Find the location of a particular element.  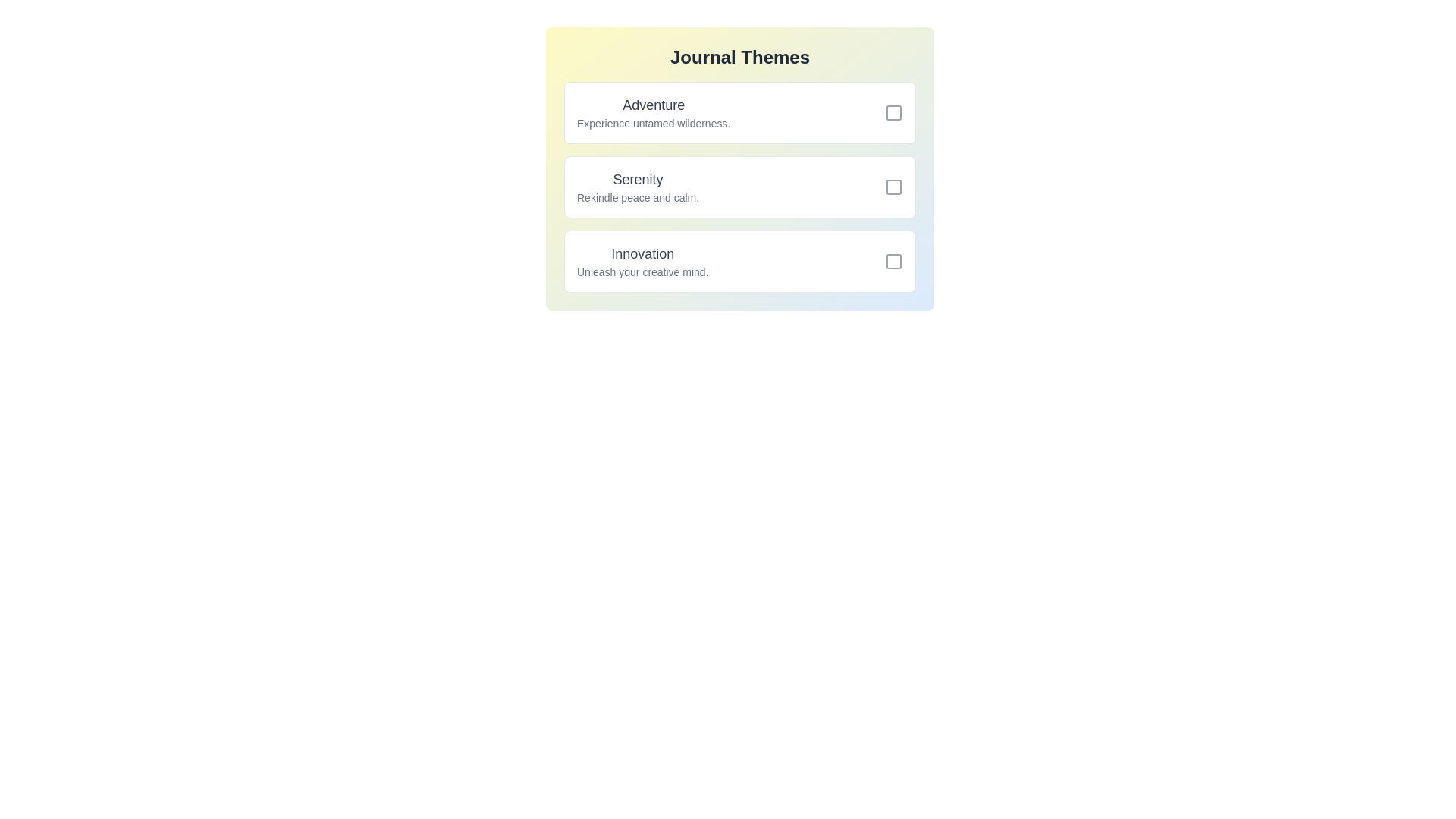

the second item in the 'Journal Themes' selection list, which describes the theme 'Serenity' and has a subtext of 'Rekindle peace and calm.' is located at coordinates (739, 186).